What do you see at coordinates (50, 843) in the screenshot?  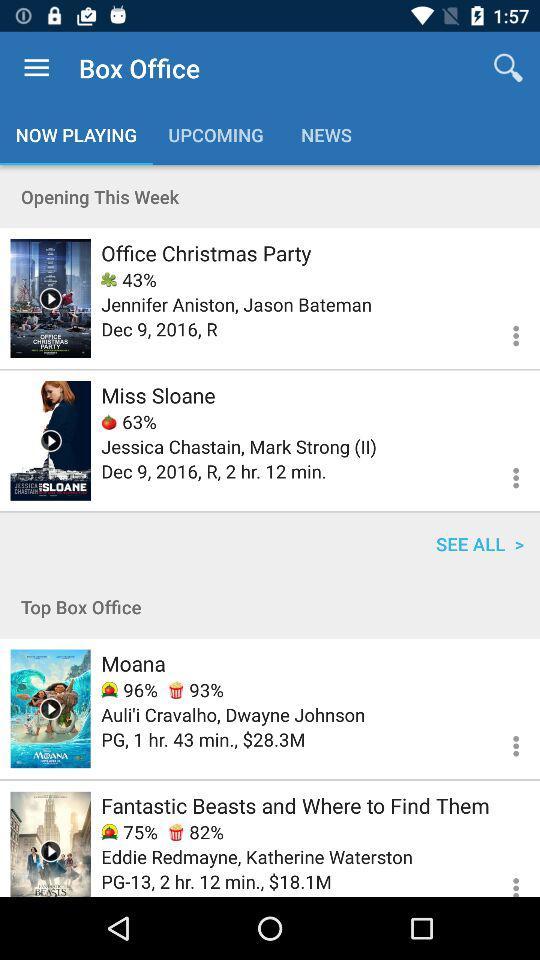 I see `check out this movie` at bounding box center [50, 843].